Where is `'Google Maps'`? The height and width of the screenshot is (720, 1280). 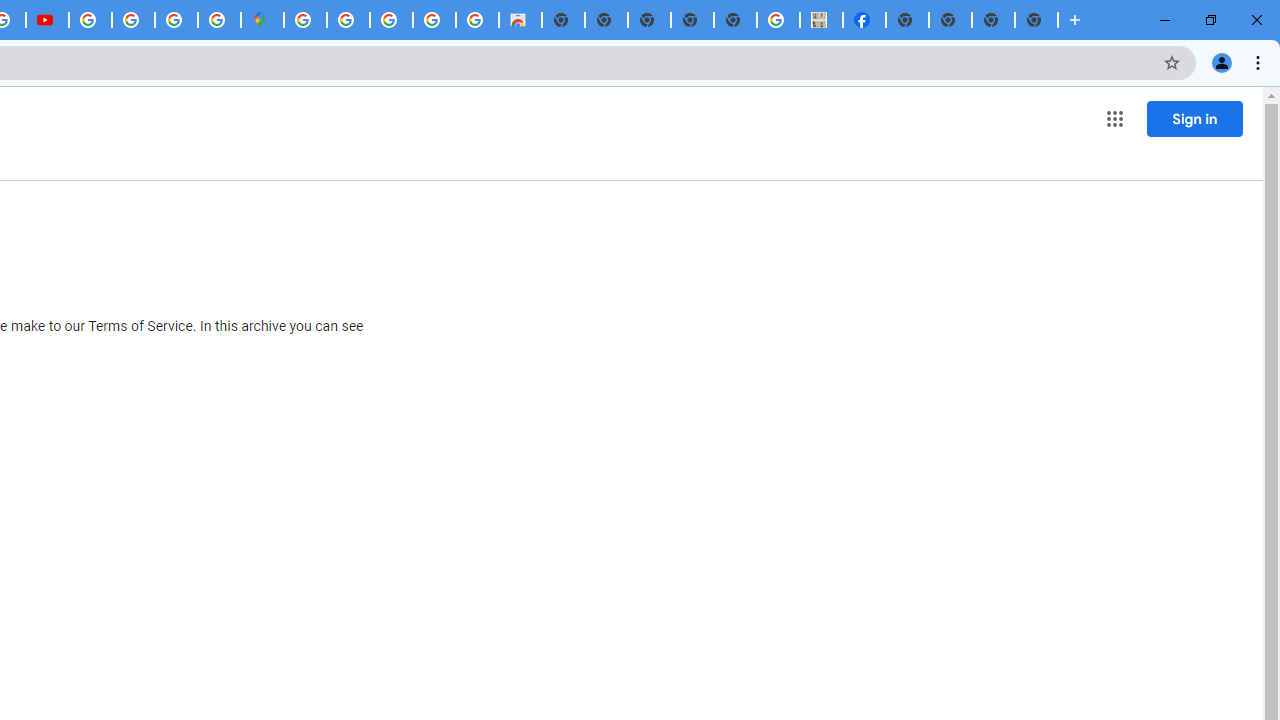 'Google Maps' is located at coordinates (261, 20).